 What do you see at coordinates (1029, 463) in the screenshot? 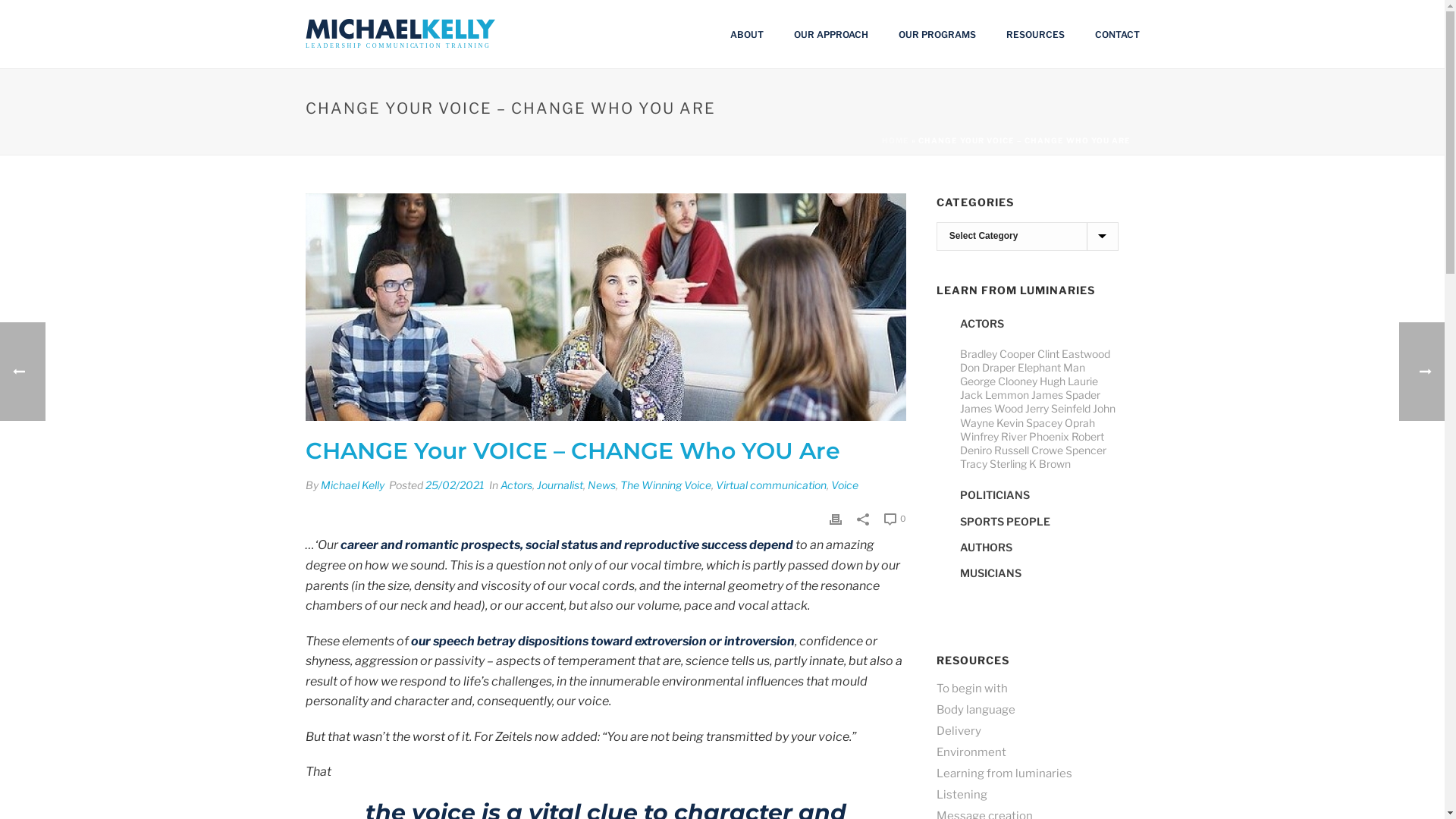
I see `'Sterling K Brown'` at bounding box center [1029, 463].